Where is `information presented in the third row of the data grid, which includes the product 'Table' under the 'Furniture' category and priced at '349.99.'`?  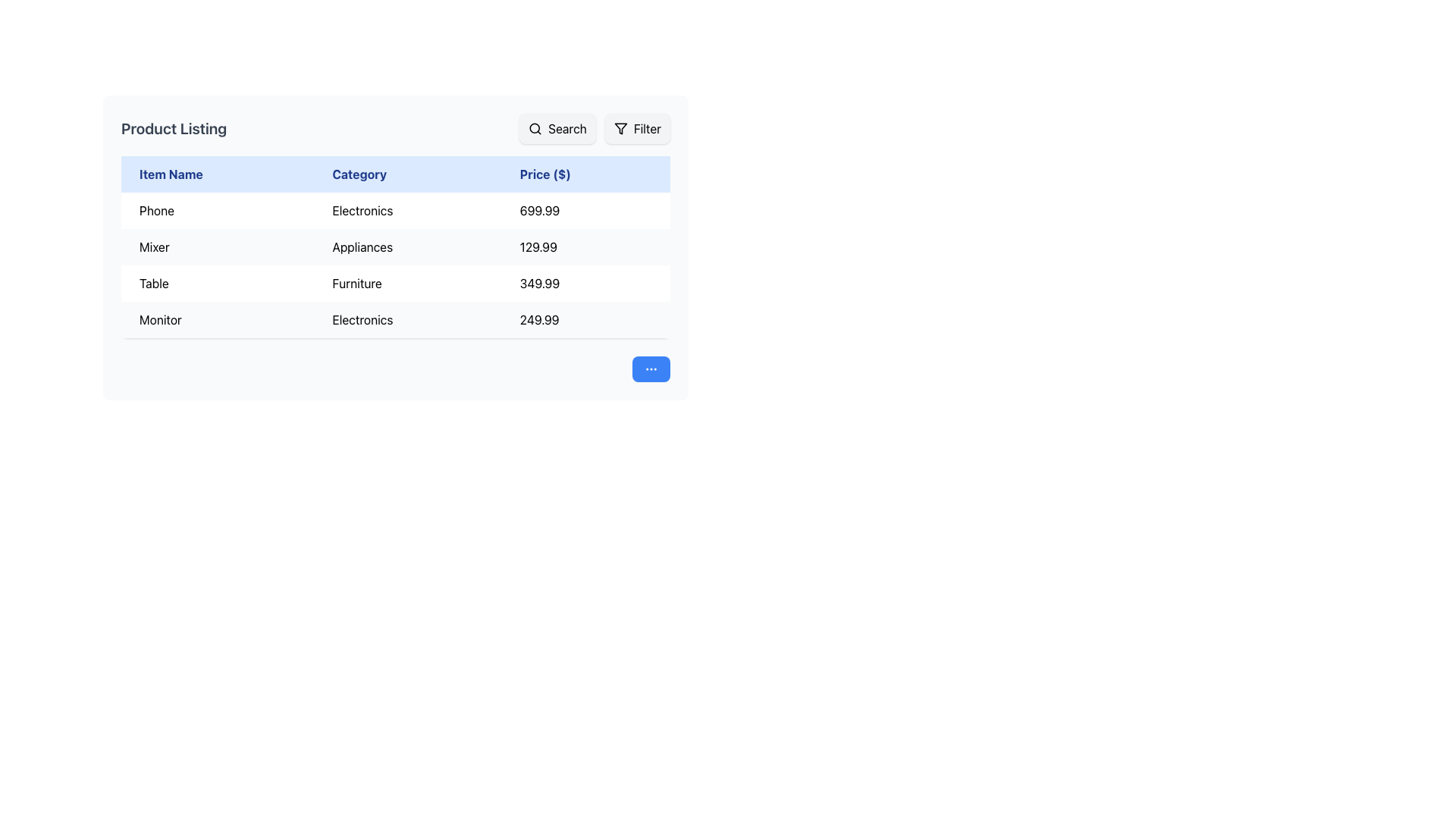
information presented in the third row of the data grid, which includes the product 'Table' under the 'Furniture' category and priced at '349.99.' is located at coordinates (396, 284).